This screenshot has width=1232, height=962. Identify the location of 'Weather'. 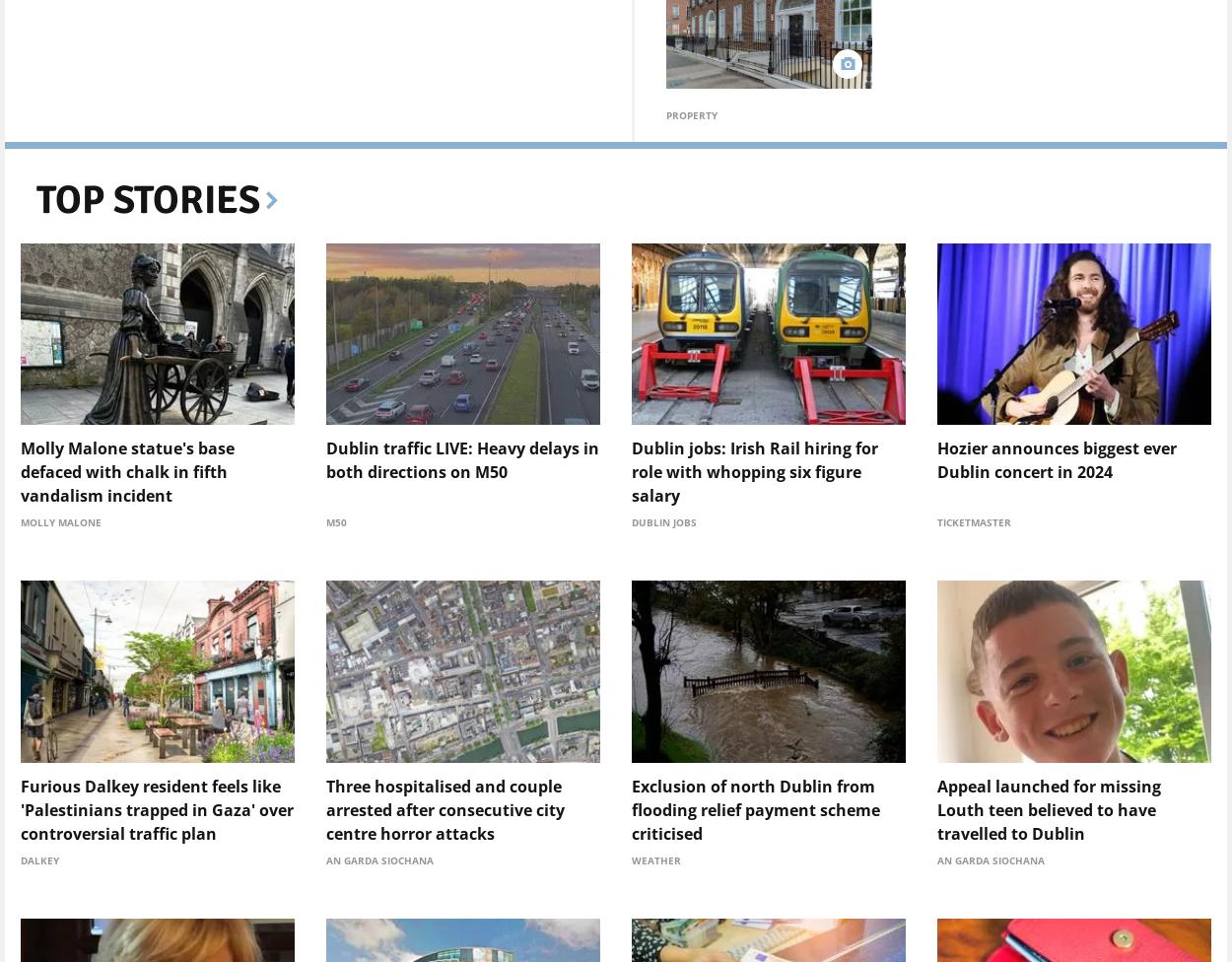
(656, 858).